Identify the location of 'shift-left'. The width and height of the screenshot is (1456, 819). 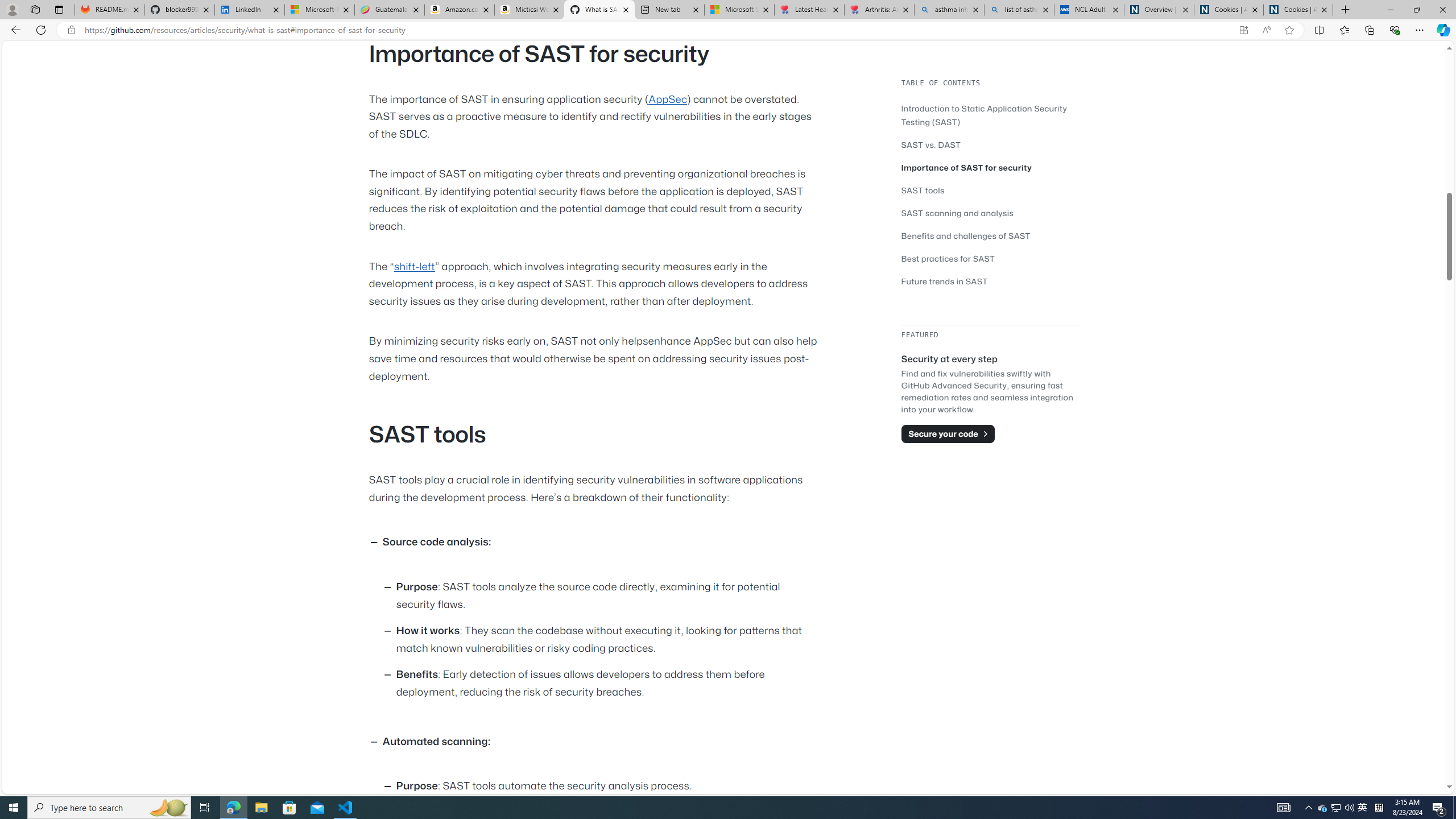
(413, 266).